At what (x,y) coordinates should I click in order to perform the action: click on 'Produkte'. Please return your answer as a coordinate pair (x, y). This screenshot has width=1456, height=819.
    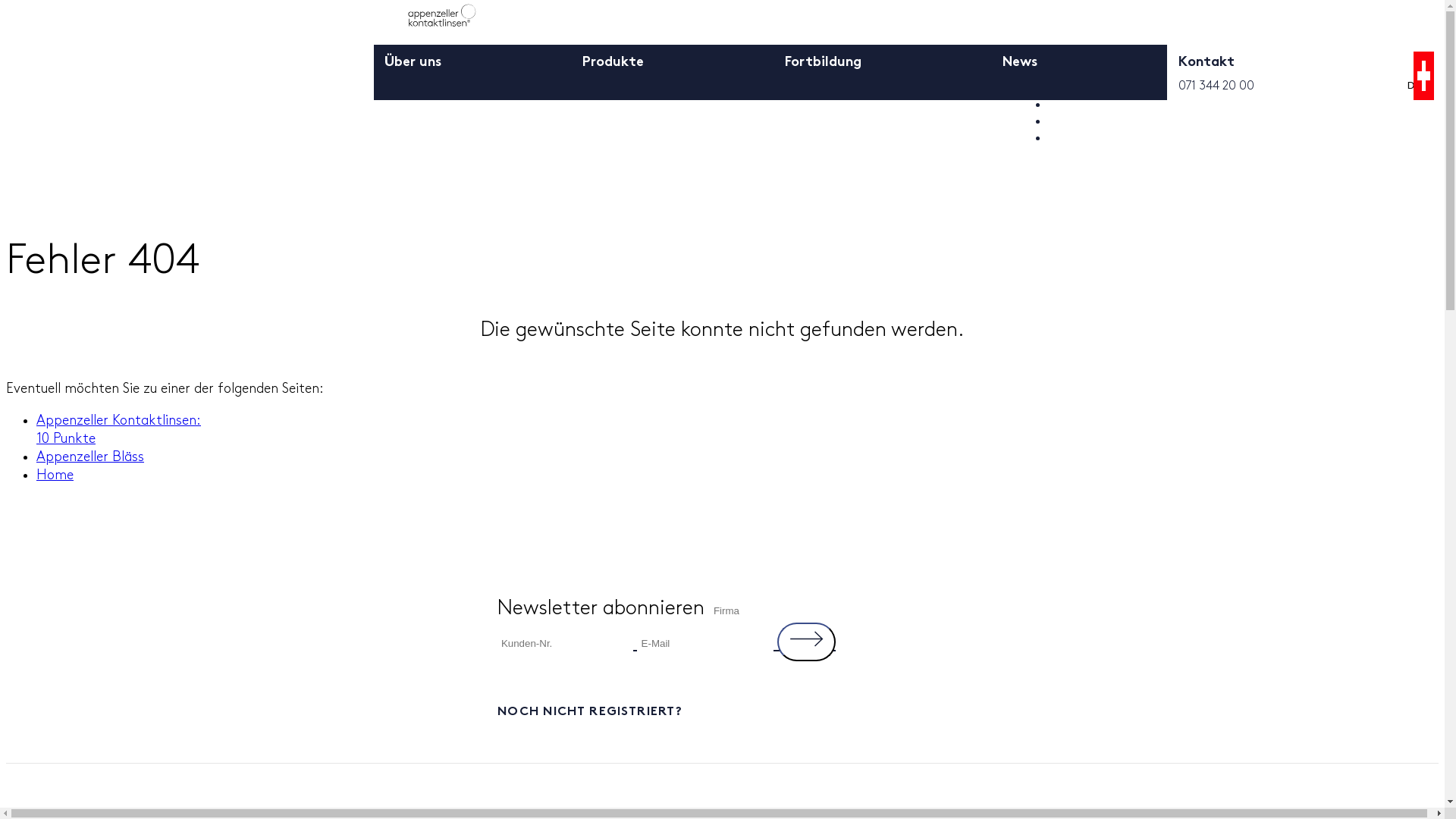
    Looking at the image, I should click on (613, 70).